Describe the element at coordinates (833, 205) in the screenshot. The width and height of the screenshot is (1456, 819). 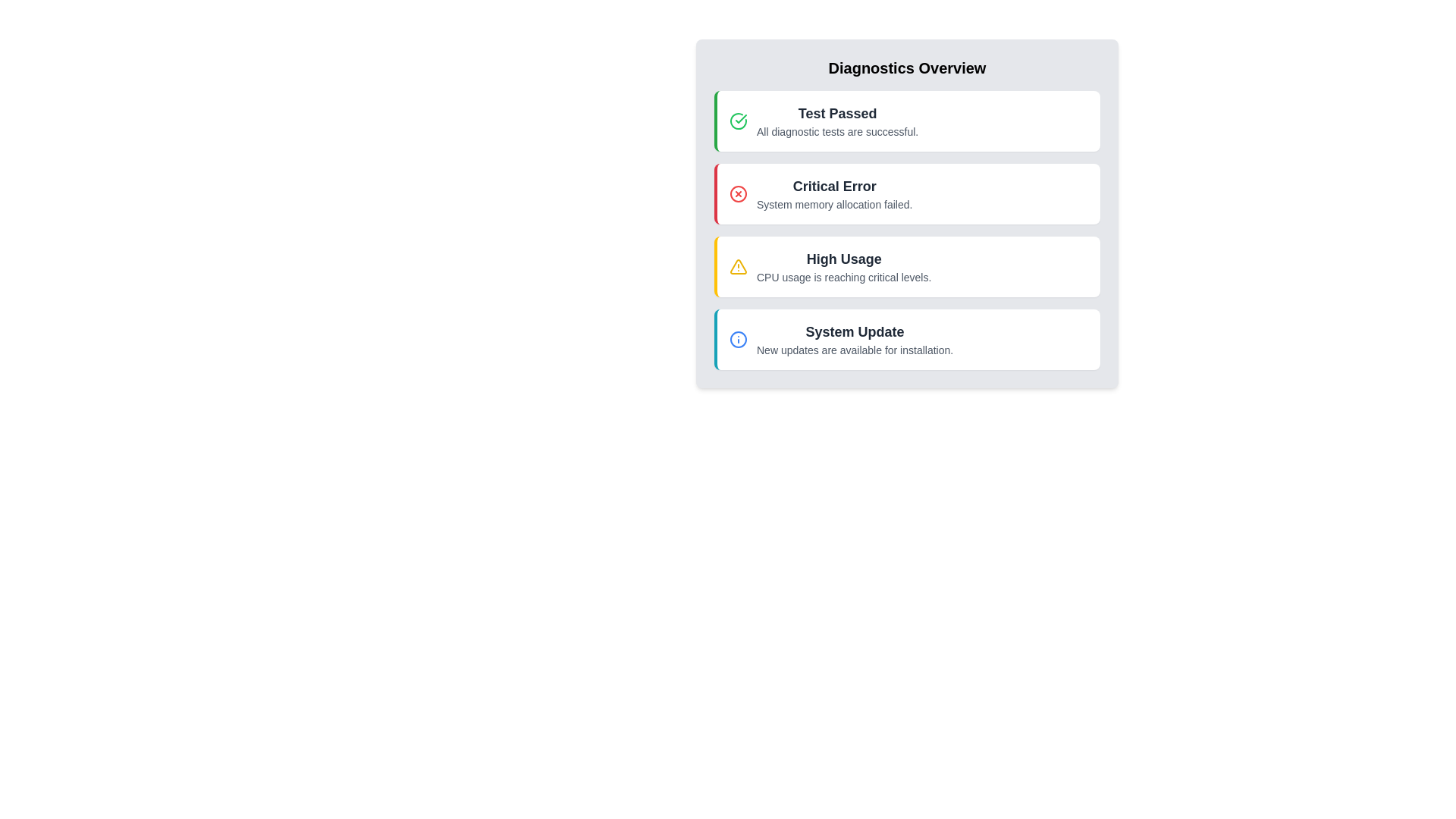
I see `message conveyed by the text located within the 'Critical Error' card, which provides details about the diagnostic error classification` at that location.